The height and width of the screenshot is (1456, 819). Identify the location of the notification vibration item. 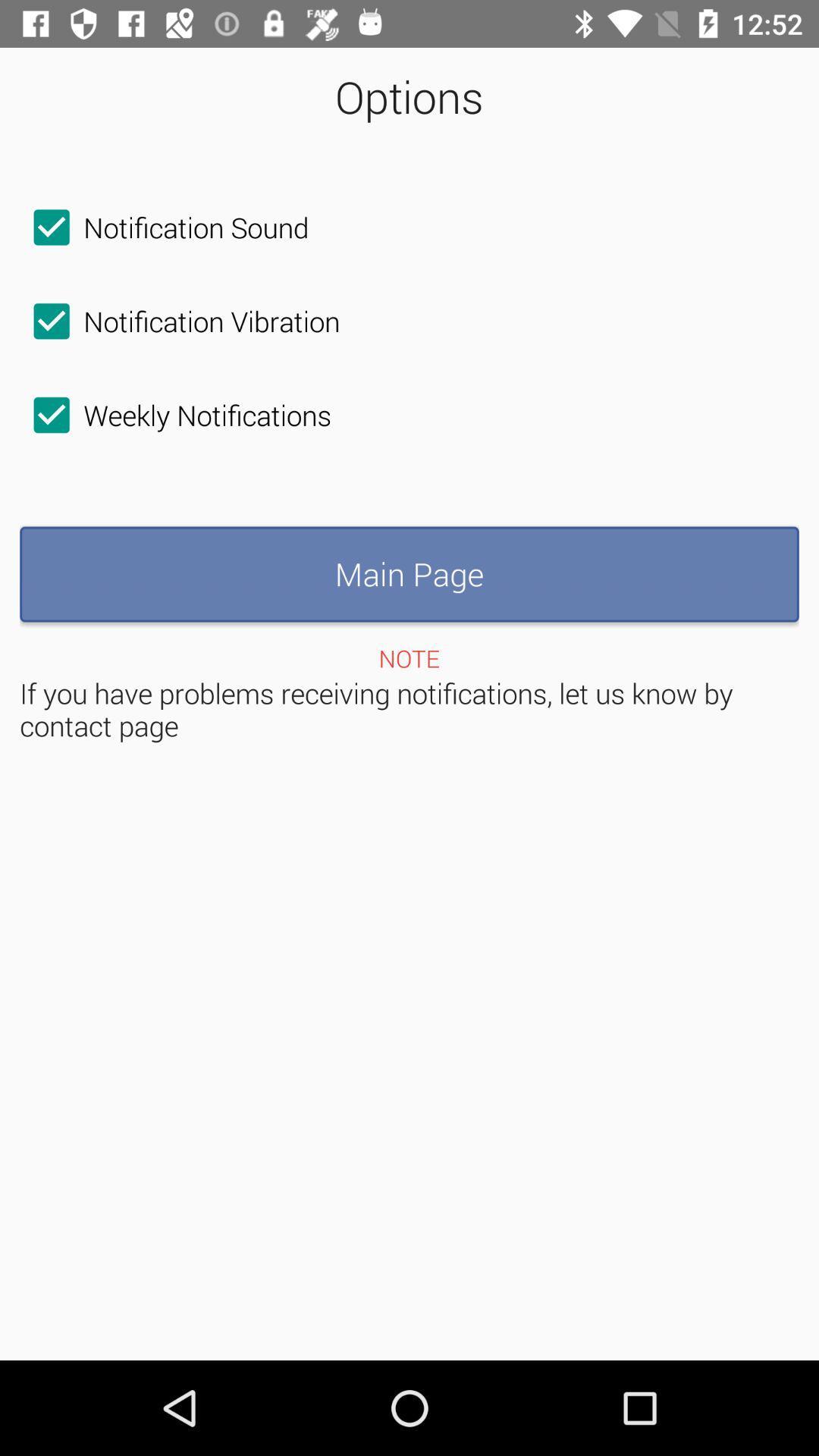
(179, 320).